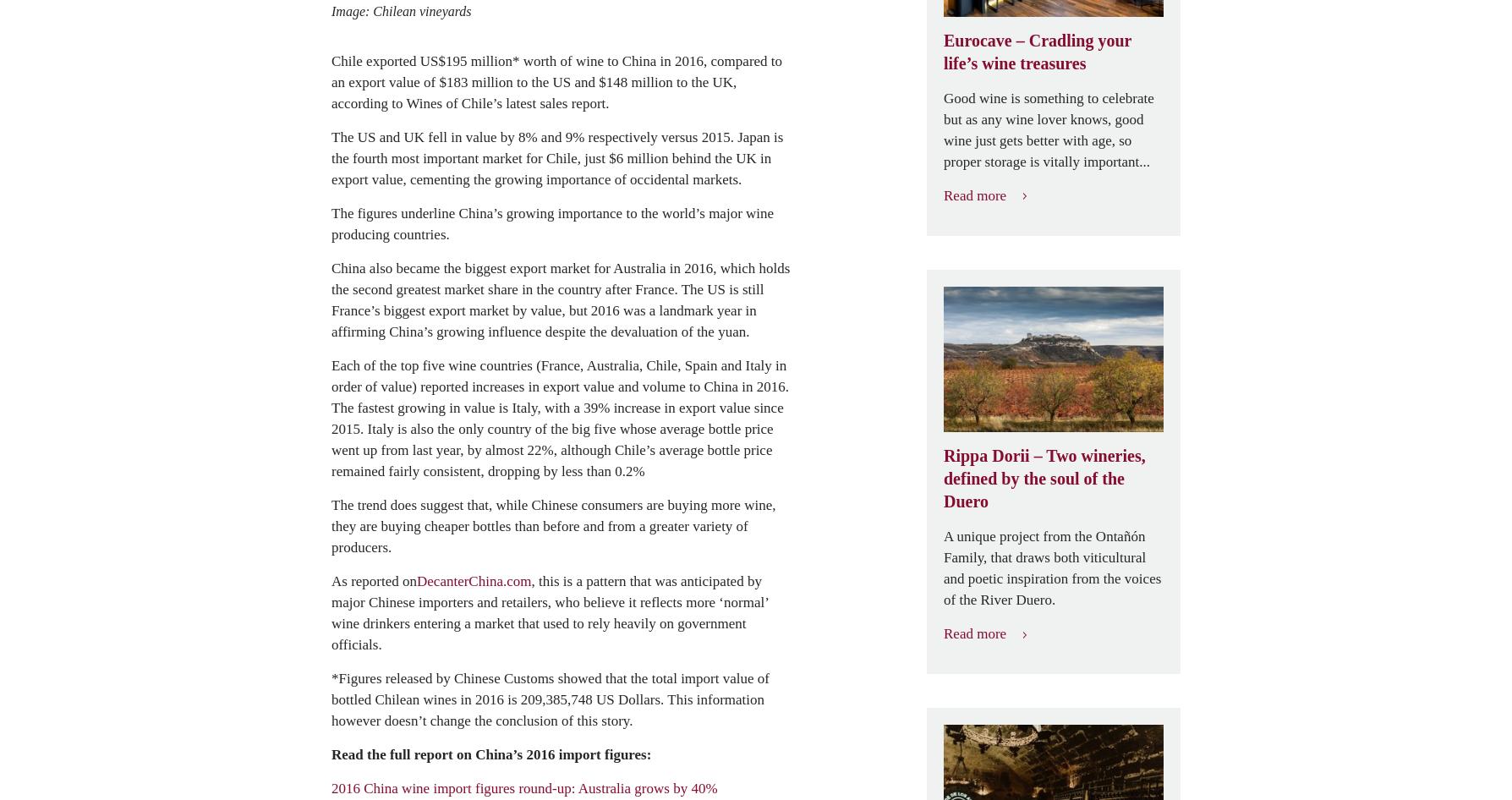  What do you see at coordinates (524, 786) in the screenshot?
I see `'2016 China wine import figures round-up: Australia grows by 40%'` at bounding box center [524, 786].